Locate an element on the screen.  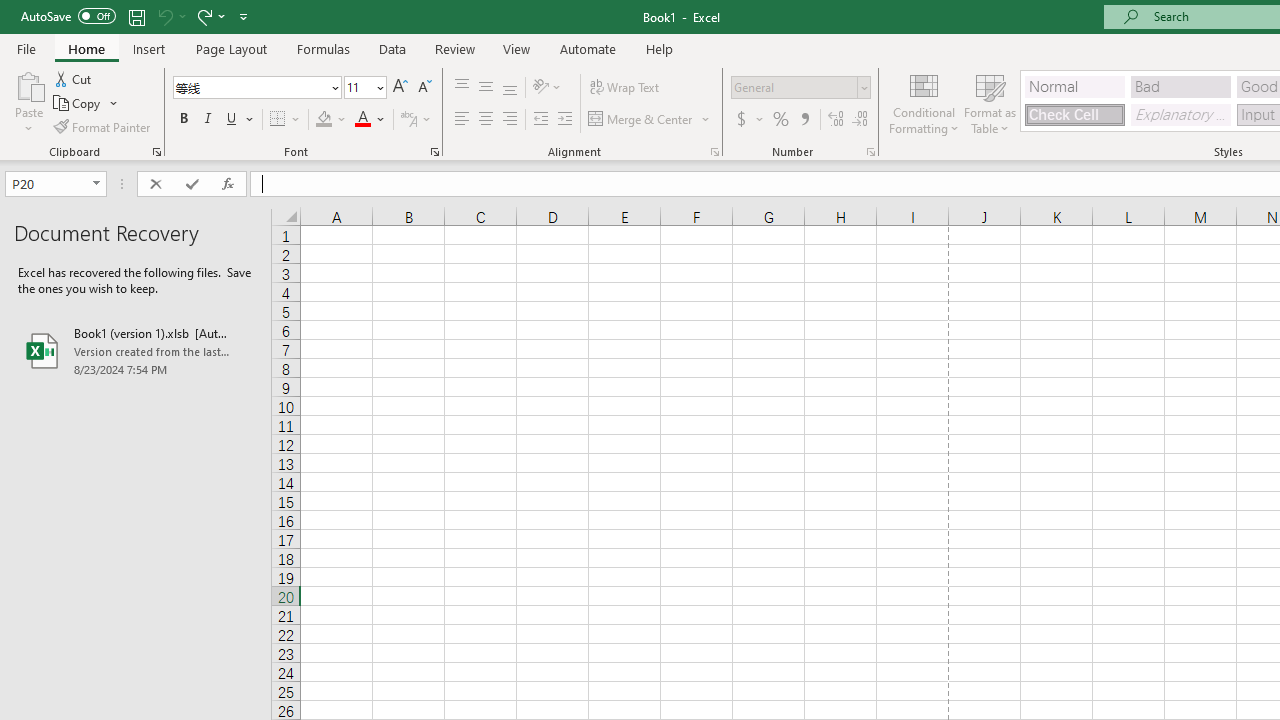
'Font' is located at coordinates (249, 86).